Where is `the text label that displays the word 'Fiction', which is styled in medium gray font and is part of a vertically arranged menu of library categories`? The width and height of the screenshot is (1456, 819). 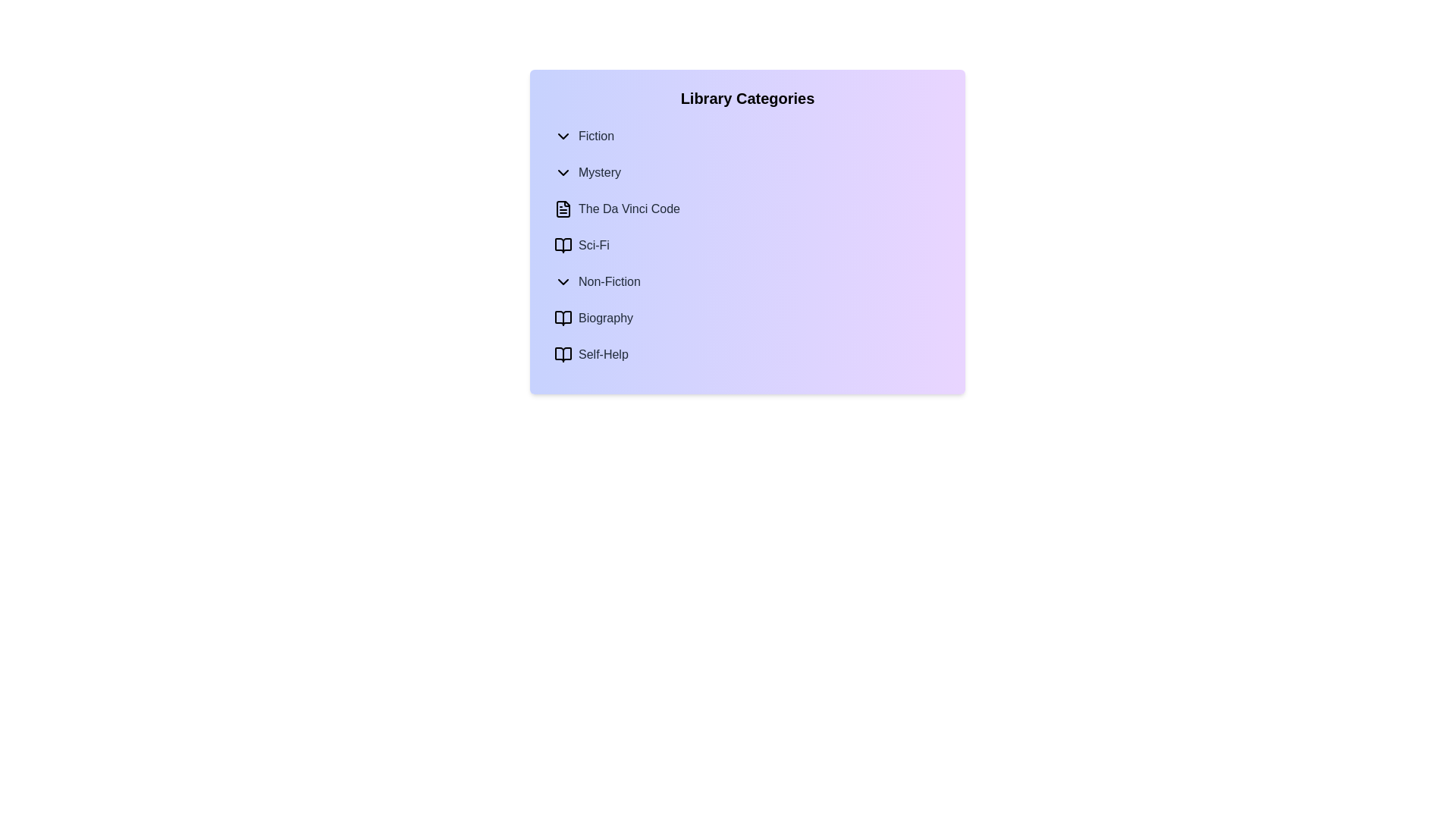 the text label that displays the word 'Fiction', which is styled in medium gray font and is part of a vertically arranged menu of library categories is located at coordinates (595, 136).